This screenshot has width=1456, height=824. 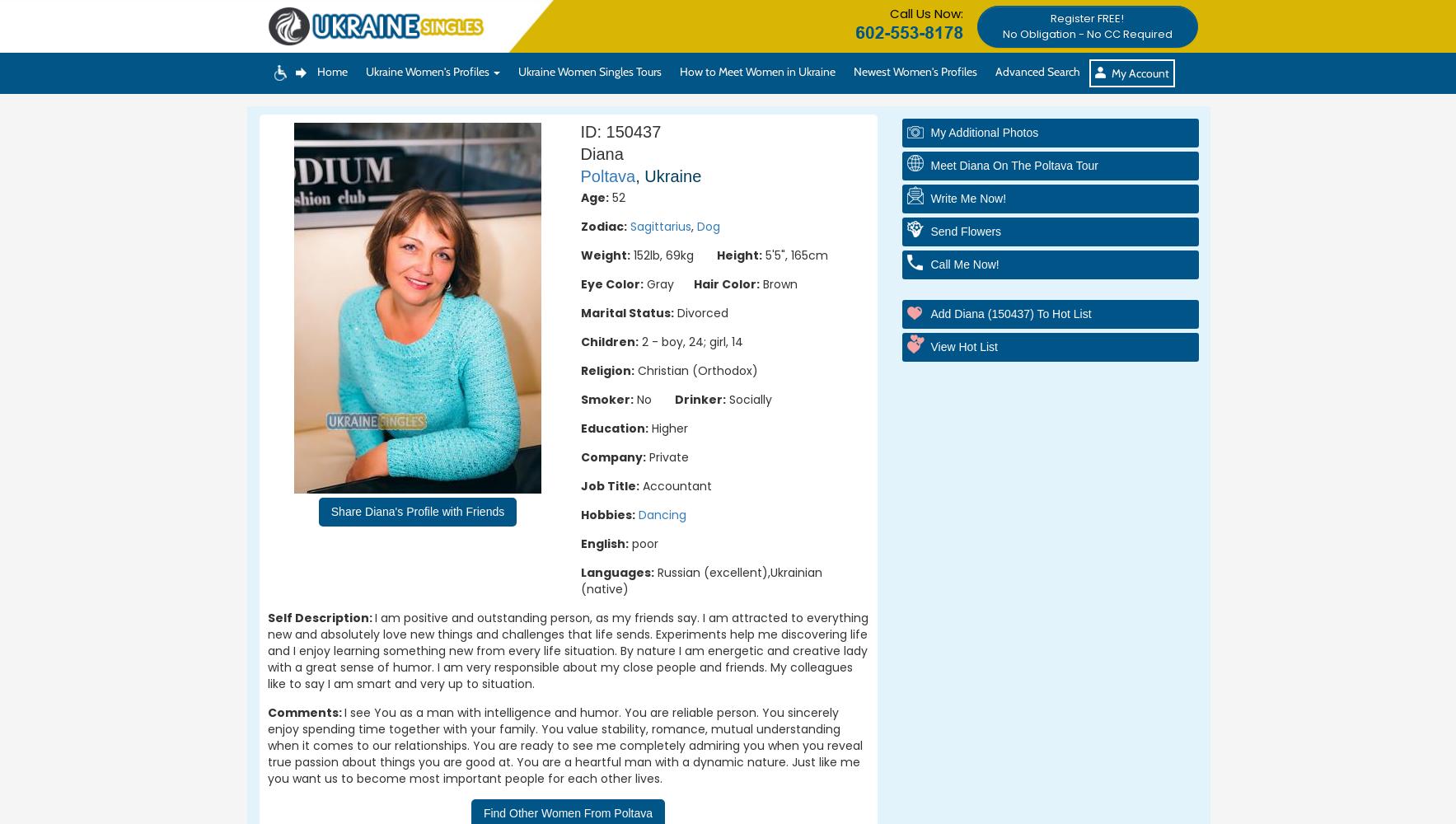 What do you see at coordinates (606, 176) in the screenshot?
I see `'Poltava'` at bounding box center [606, 176].